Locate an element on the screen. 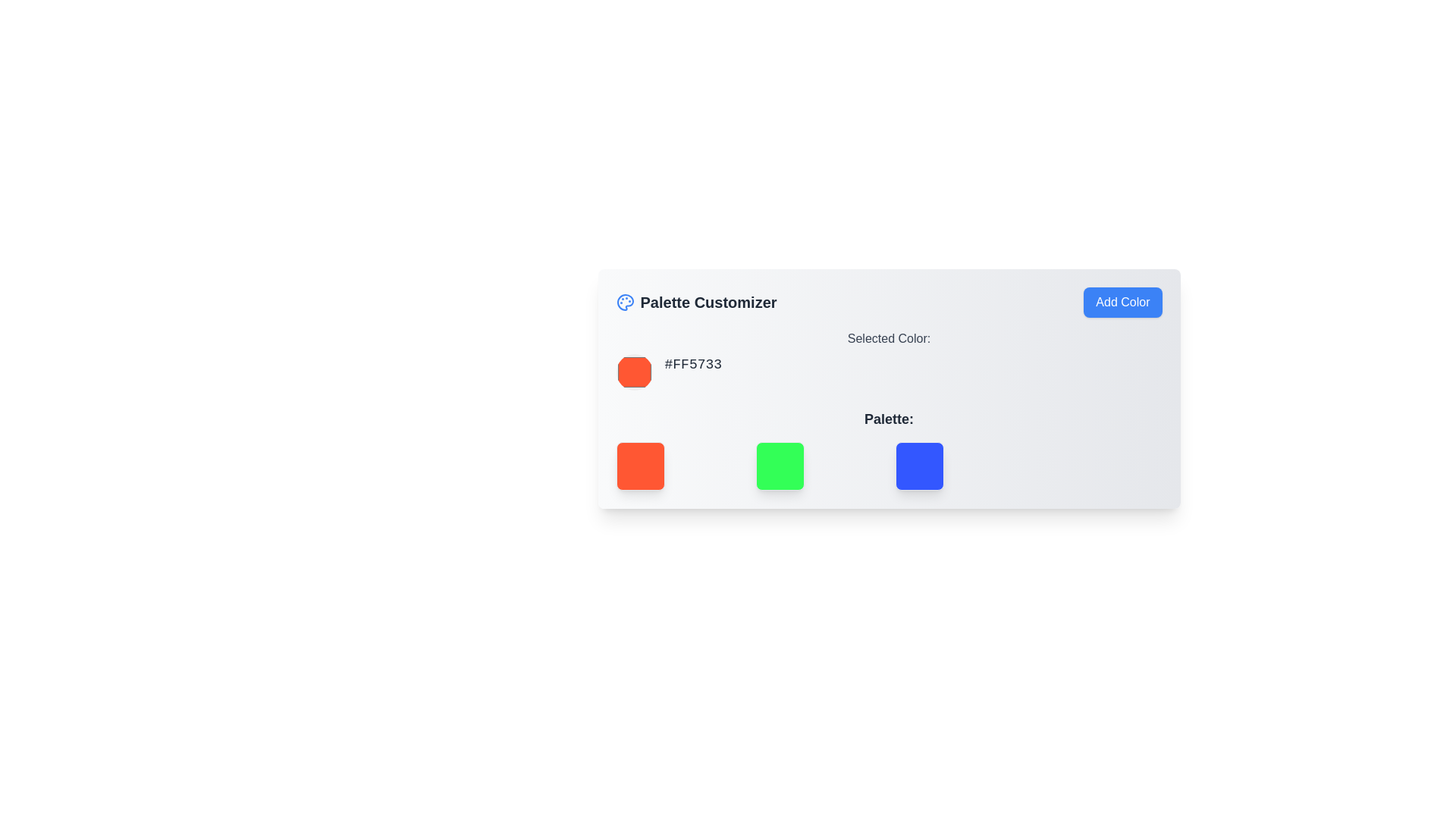  the Text Display element that shows the hexadecimal color code for the selected color, positioned to the right of the circular color swatch in the 'Selected Color' section is located at coordinates (692, 372).